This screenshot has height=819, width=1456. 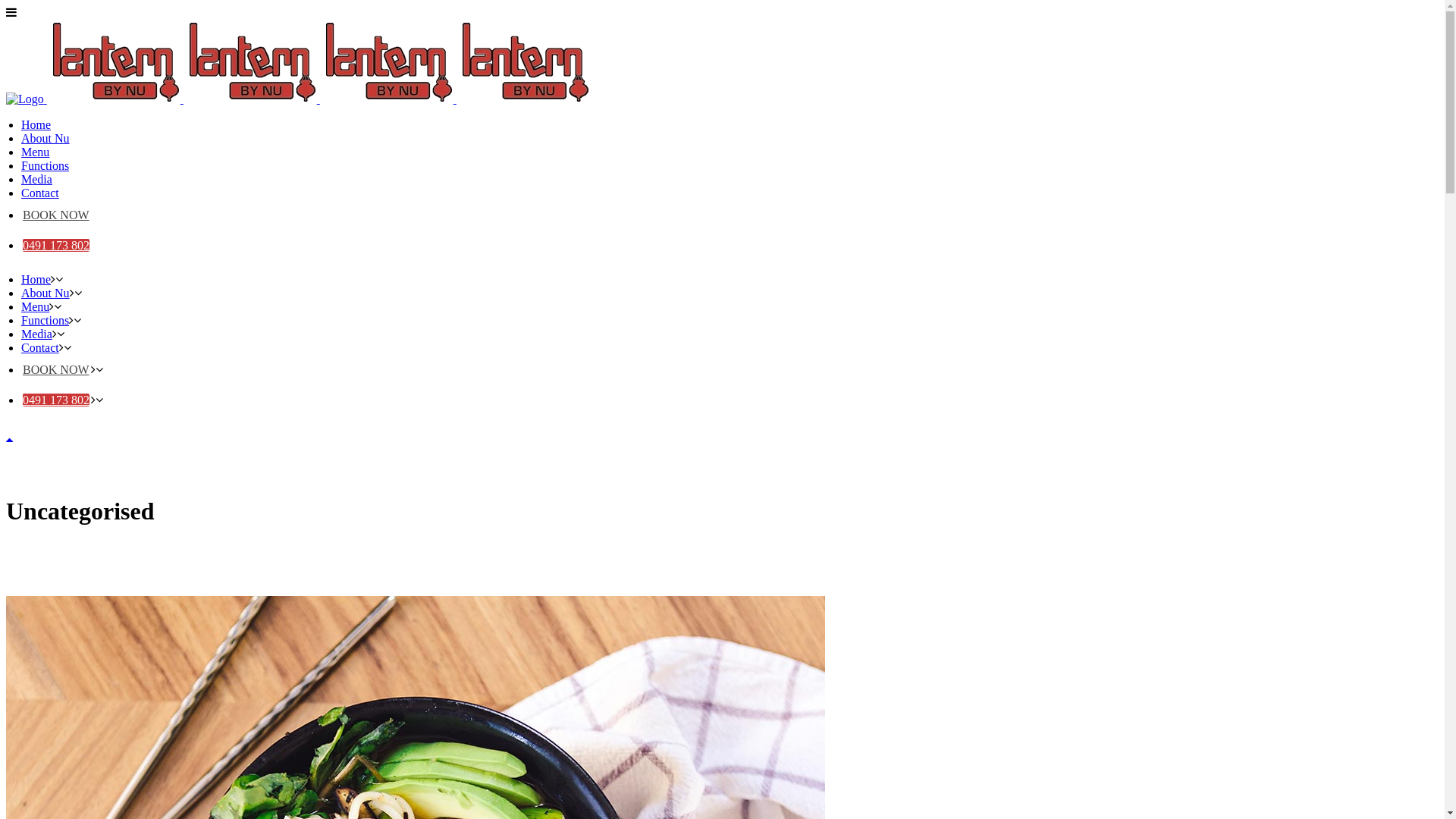 I want to click on 'Home', so click(x=36, y=124).